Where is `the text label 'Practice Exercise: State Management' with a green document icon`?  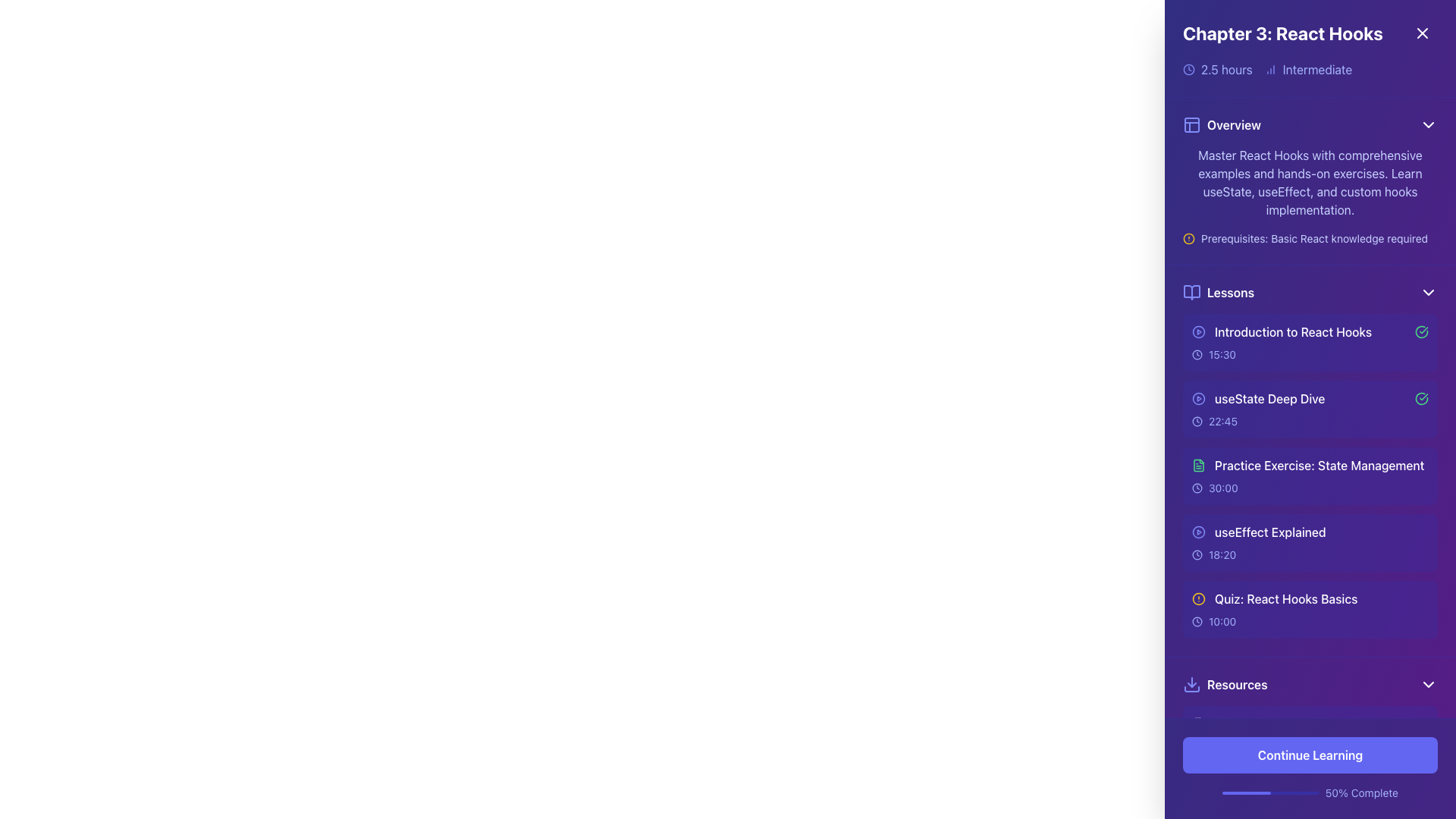 the text label 'Practice Exercise: State Management' with a green document icon is located at coordinates (1310, 464).